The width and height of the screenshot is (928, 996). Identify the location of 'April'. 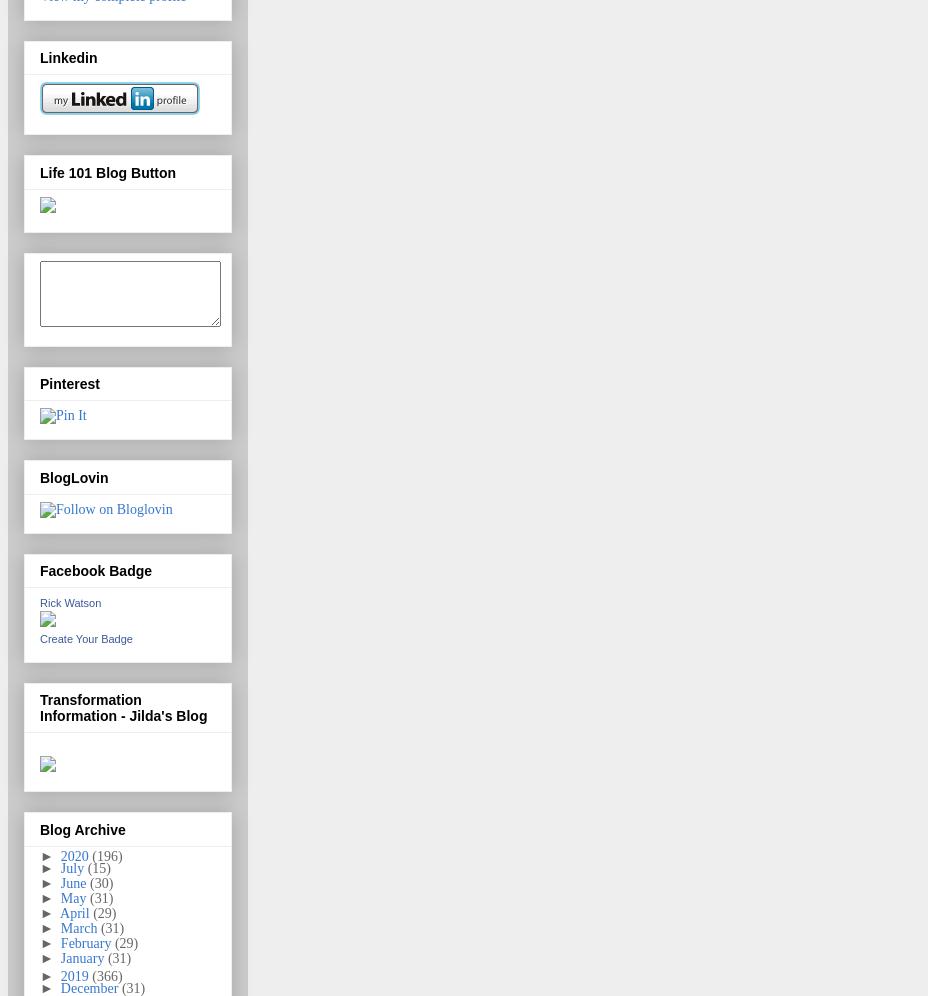
(59, 911).